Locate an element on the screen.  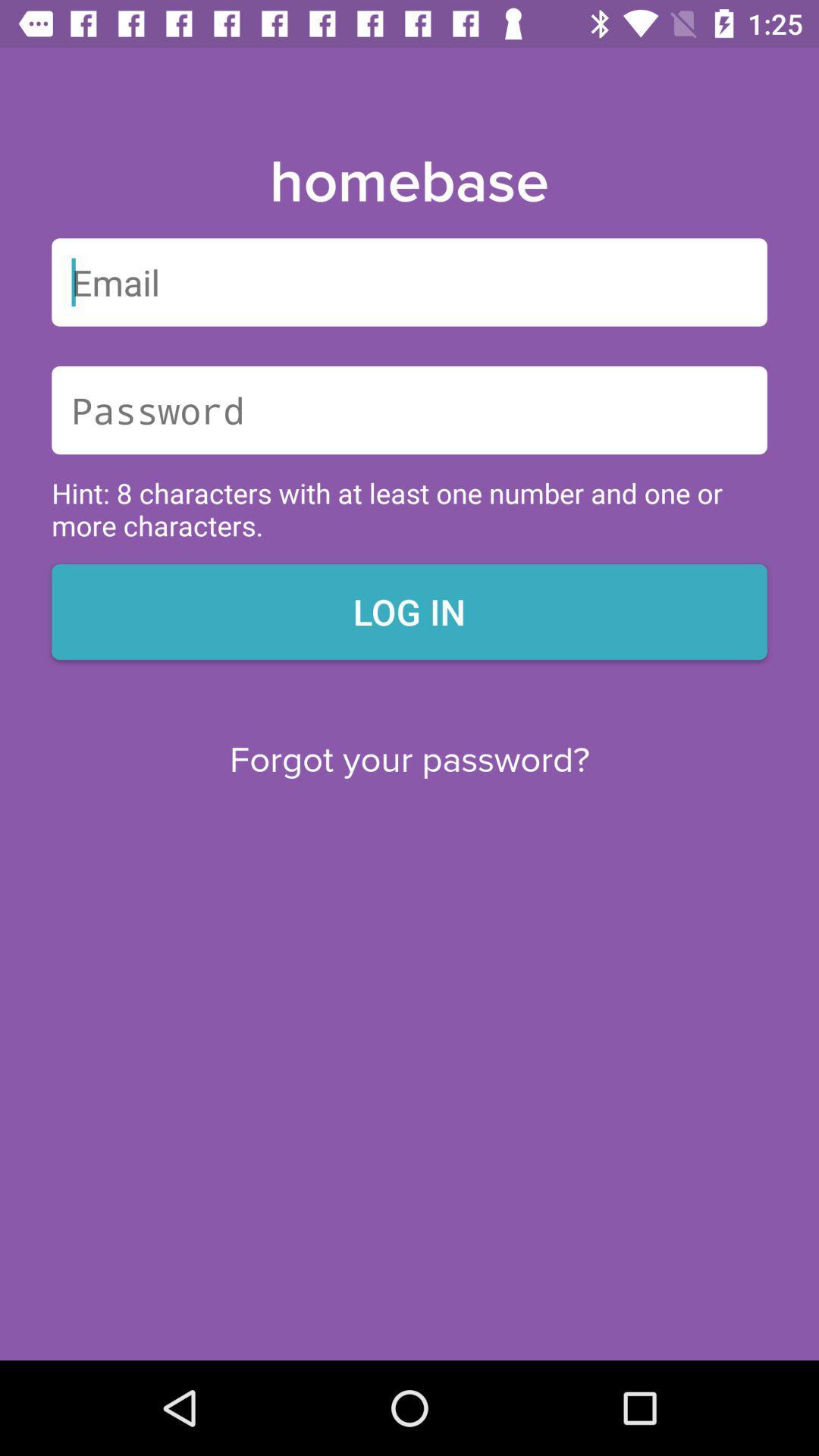
log in icon is located at coordinates (409, 611).